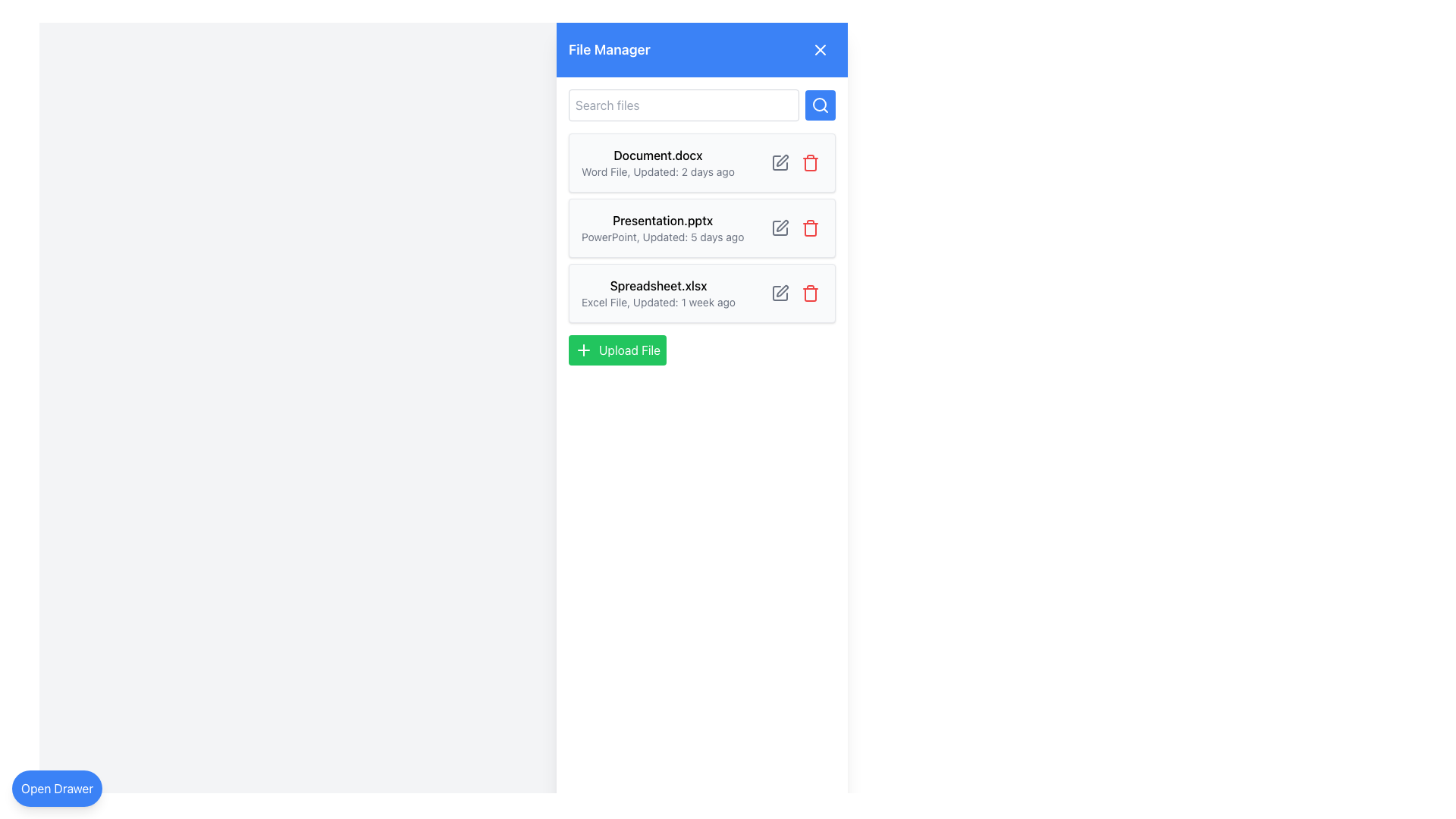 This screenshot has height=819, width=1456. What do you see at coordinates (701, 227) in the screenshot?
I see `the File representation card for the file named 'Presentation.pptx' which is positioned in the 'File Manager' section, located between 'Document.docx' and 'Spreadsheet.xlsx'` at bounding box center [701, 227].